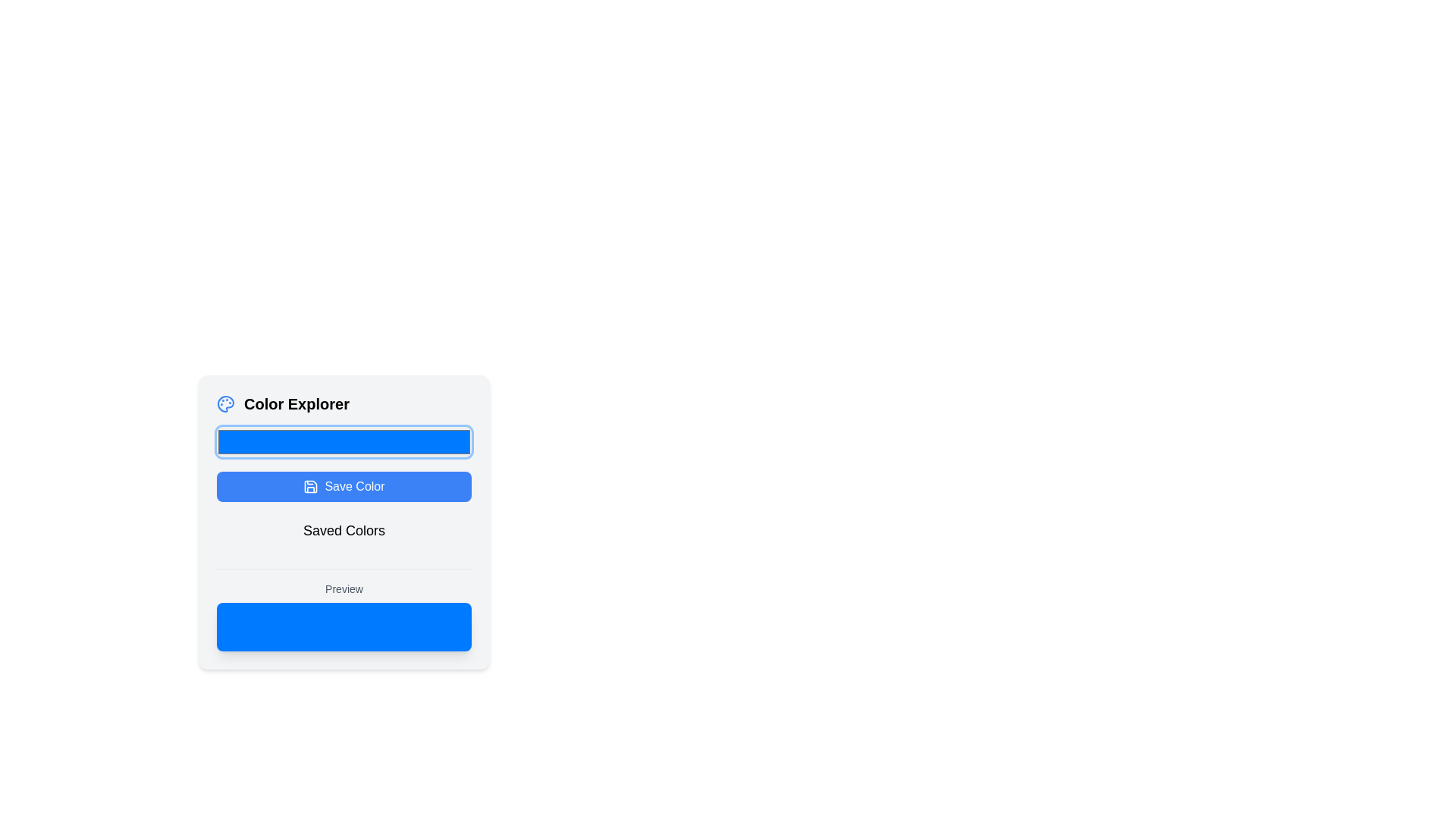 The height and width of the screenshot is (819, 1456). What do you see at coordinates (310, 486) in the screenshot?
I see `the 'Save Color' icon, which visually represents the saving functionality and is located towards the leftmost region of the 'Save Color' button` at bounding box center [310, 486].